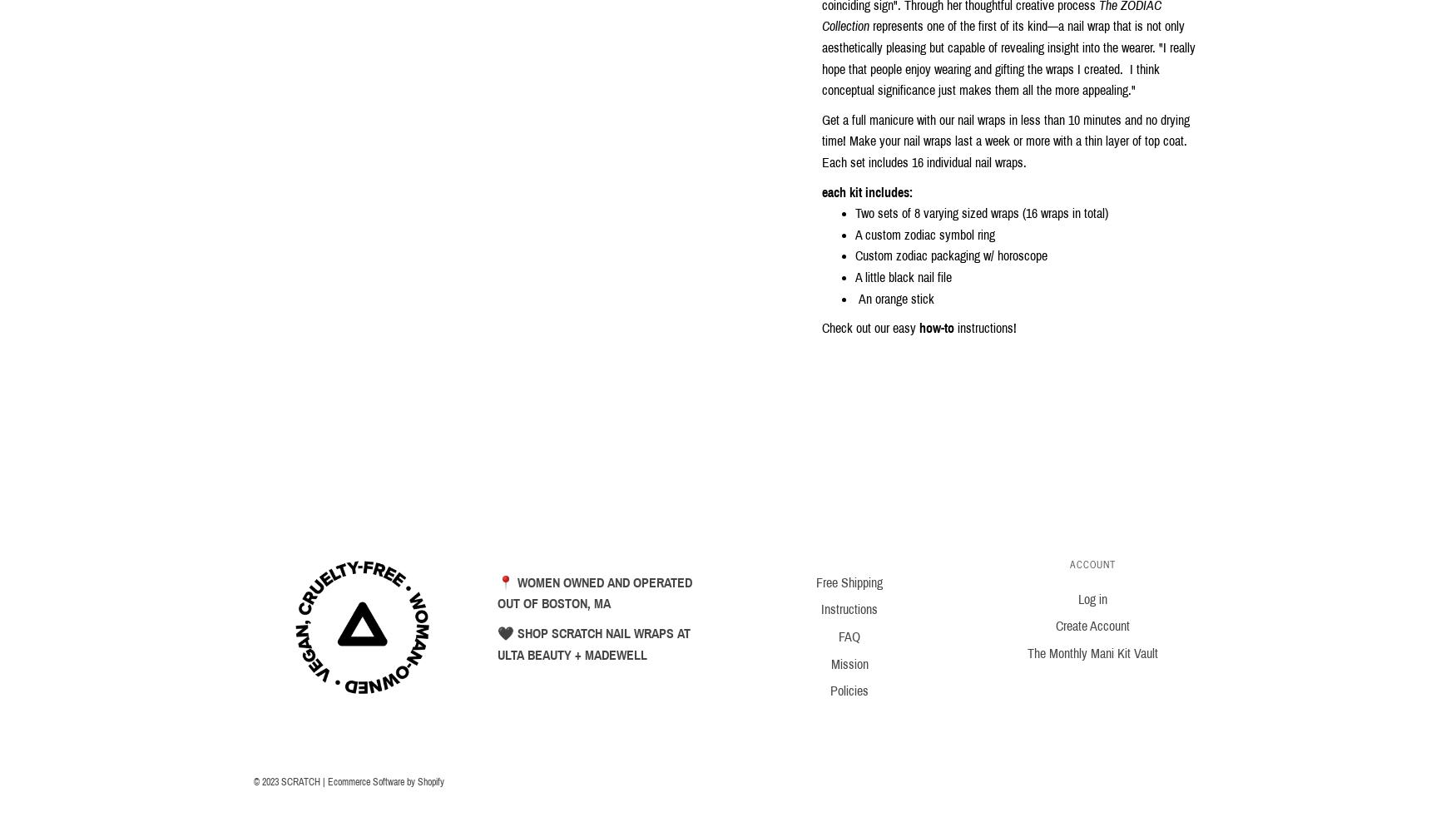 This screenshot has height=832, width=1456. What do you see at coordinates (1092, 653) in the screenshot?
I see `'The Monthly Mani Kit Vault'` at bounding box center [1092, 653].